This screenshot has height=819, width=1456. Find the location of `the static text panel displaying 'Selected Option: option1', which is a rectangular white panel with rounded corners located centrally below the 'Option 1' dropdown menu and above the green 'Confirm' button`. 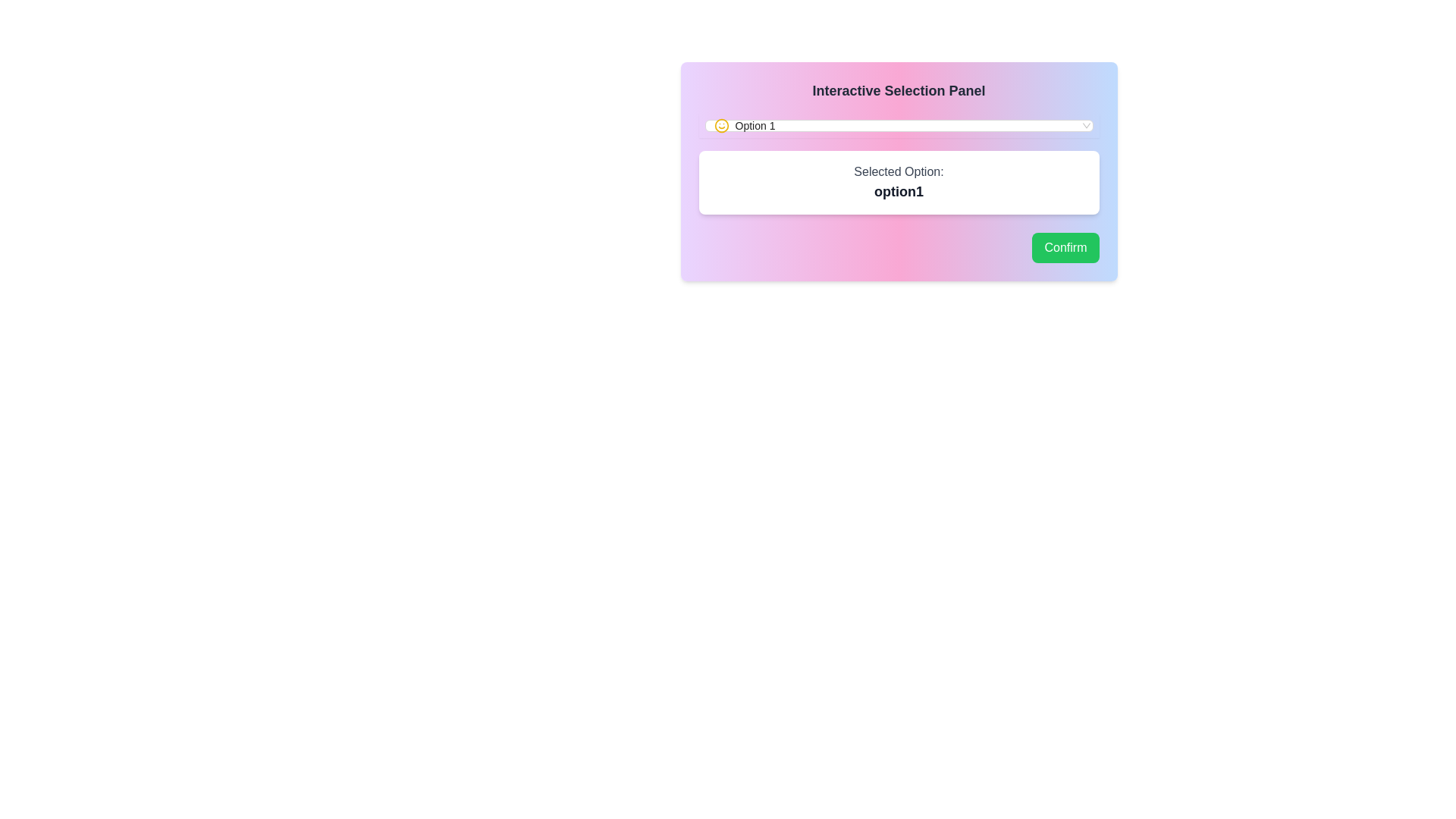

the static text panel displaying 'Selected Option: option1', which is a rectangular white panel with rounded corners located centrally below the 'Option 1' dropdown menu and above the green 'Confirm' button is located at coordinates (899, 181).